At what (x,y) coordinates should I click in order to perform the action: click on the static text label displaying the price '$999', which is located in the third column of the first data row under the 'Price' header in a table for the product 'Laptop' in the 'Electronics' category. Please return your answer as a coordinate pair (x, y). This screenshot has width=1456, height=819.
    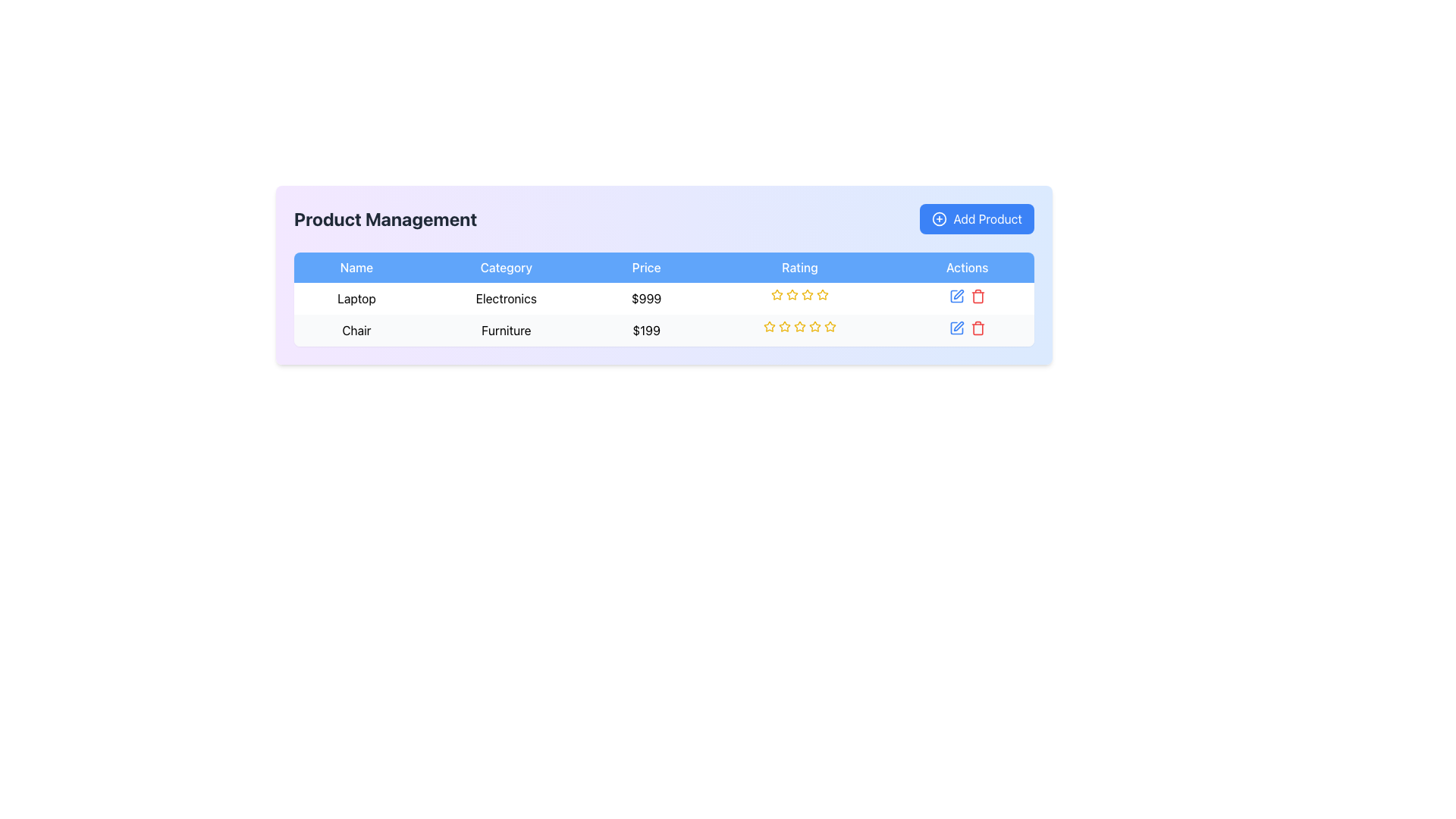
    Looking at the image, I should click on (646, 298).